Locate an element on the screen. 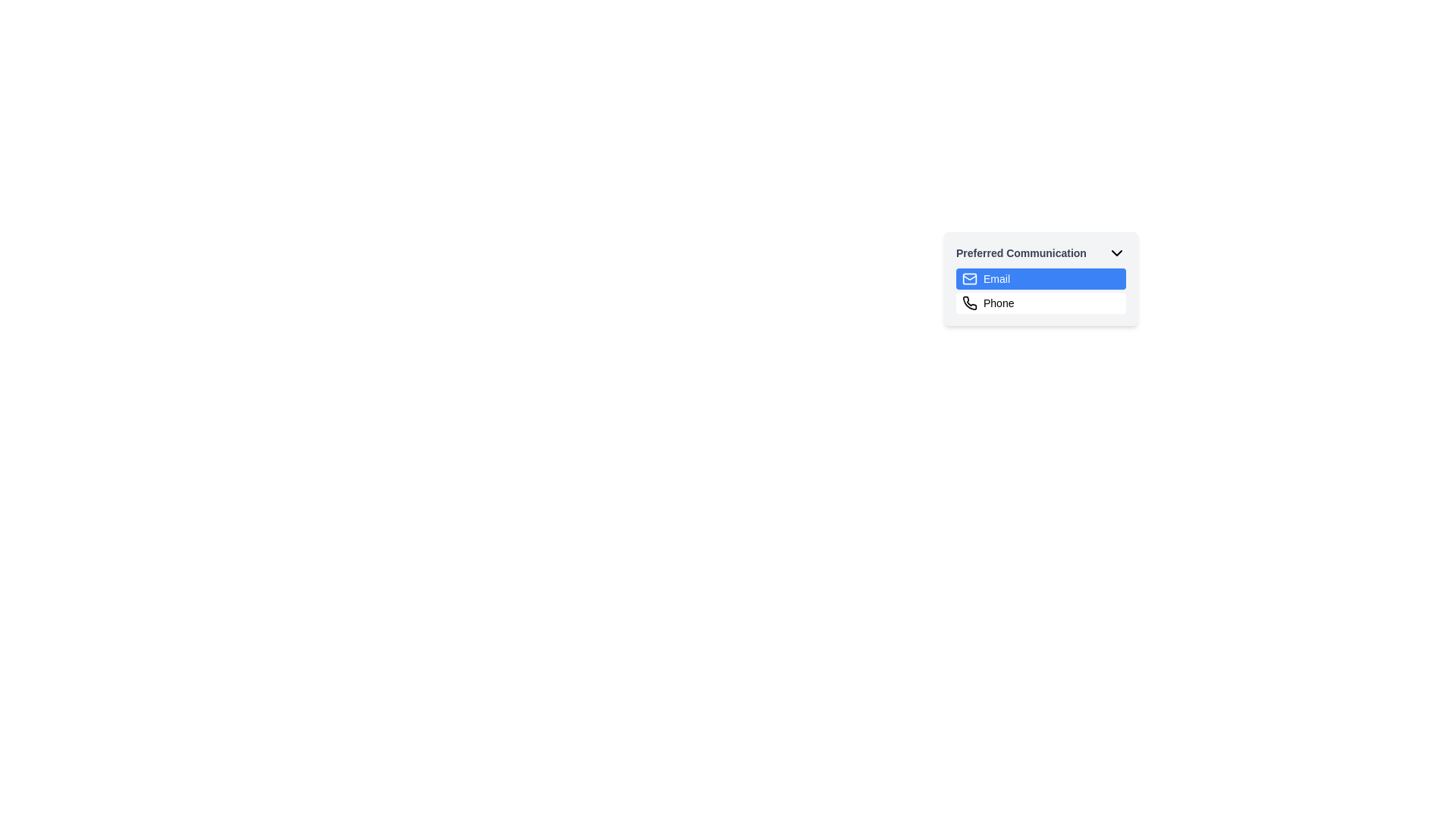  the blue rectangular icon component of the email envelope located in the dropdown menu labeled 'Preferred Communication' is located at coordinates (968, 278).